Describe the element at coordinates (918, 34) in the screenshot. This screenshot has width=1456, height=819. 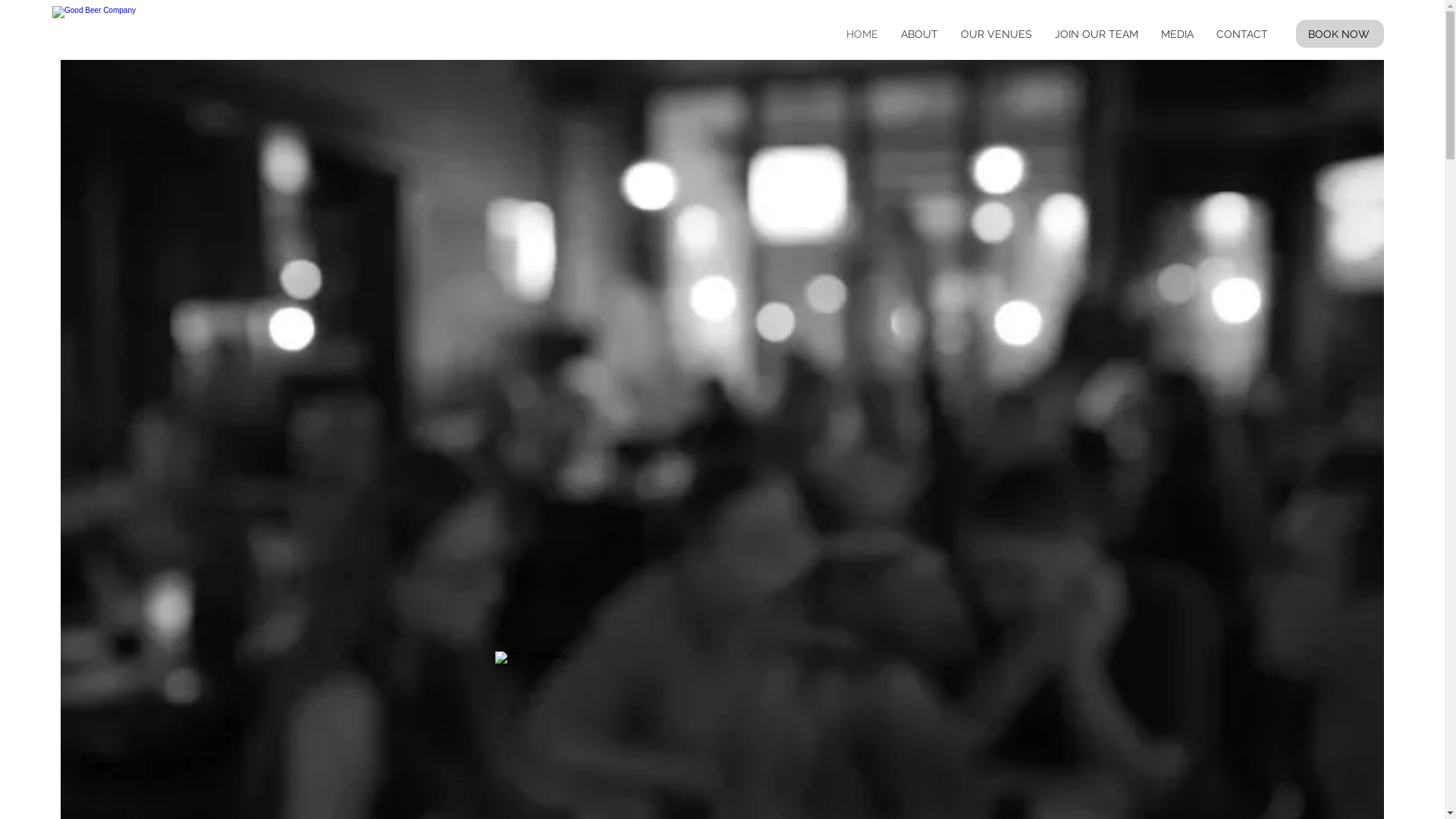
I see `'ABOUT'` at that location.